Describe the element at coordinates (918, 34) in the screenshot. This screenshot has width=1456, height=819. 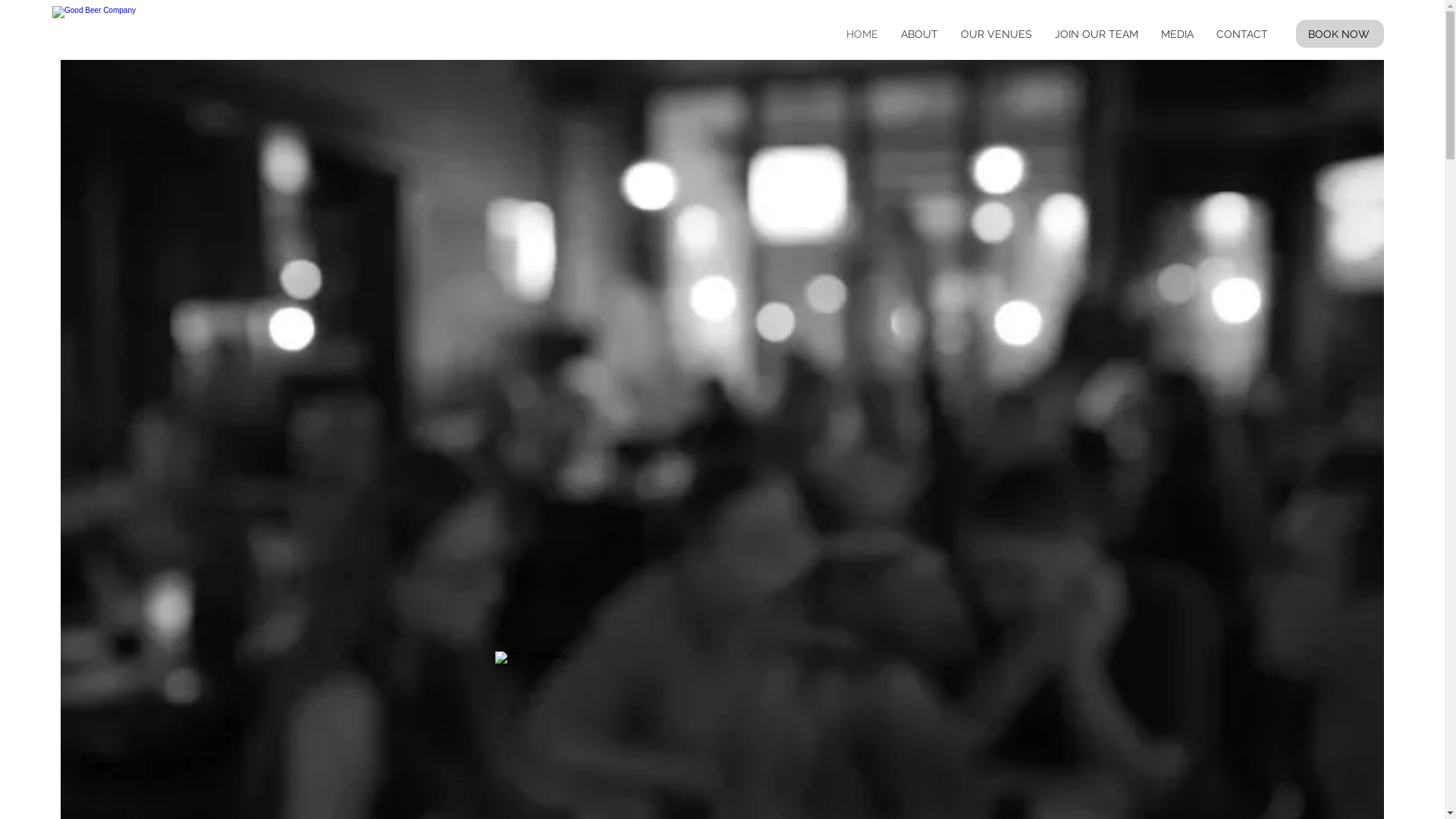
I see `'ABOUT'` at that location.